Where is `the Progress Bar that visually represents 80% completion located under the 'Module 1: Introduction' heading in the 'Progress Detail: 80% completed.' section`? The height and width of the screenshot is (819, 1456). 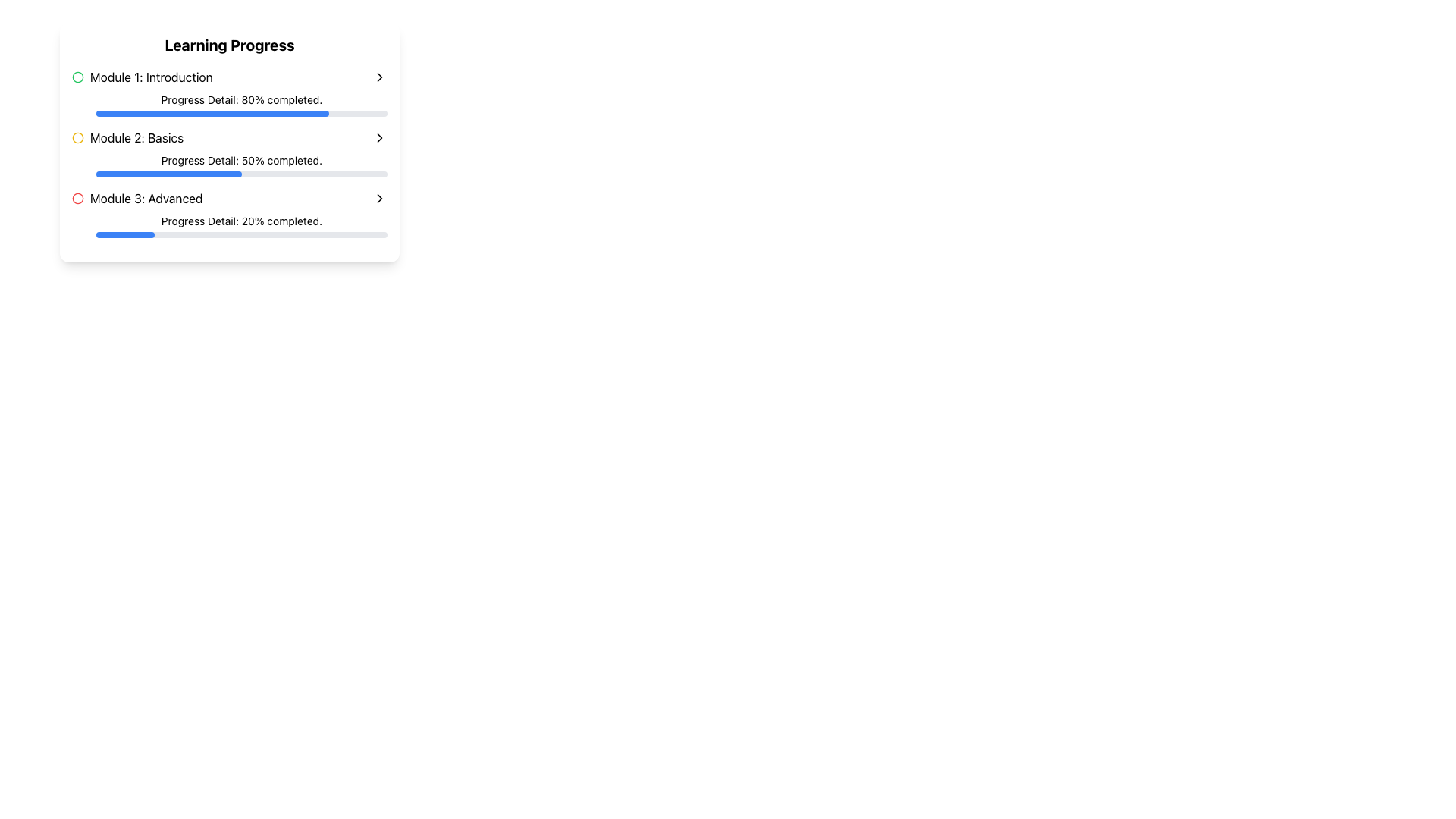 the Progress Bar that visually represents 80% completion located under the 'Module 1: Introduction' heading in the 'Progress Detail: 80% completed.' section is located at coordinates (240, 113).